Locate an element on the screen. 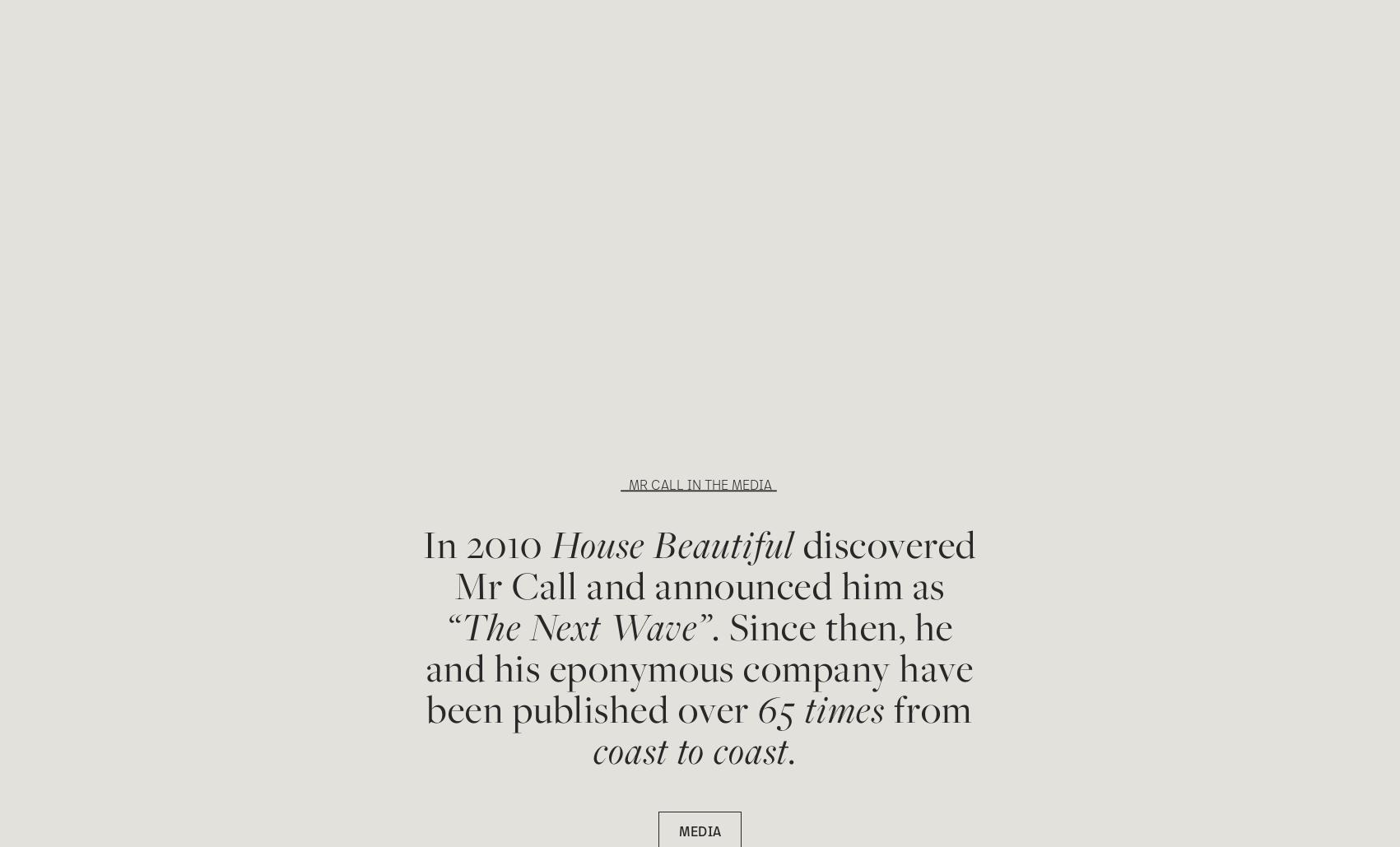 The height and width of the screenshot is (847, 1400). 'discovered Mr Call and announced him as' is located at coordinates (453, 563).